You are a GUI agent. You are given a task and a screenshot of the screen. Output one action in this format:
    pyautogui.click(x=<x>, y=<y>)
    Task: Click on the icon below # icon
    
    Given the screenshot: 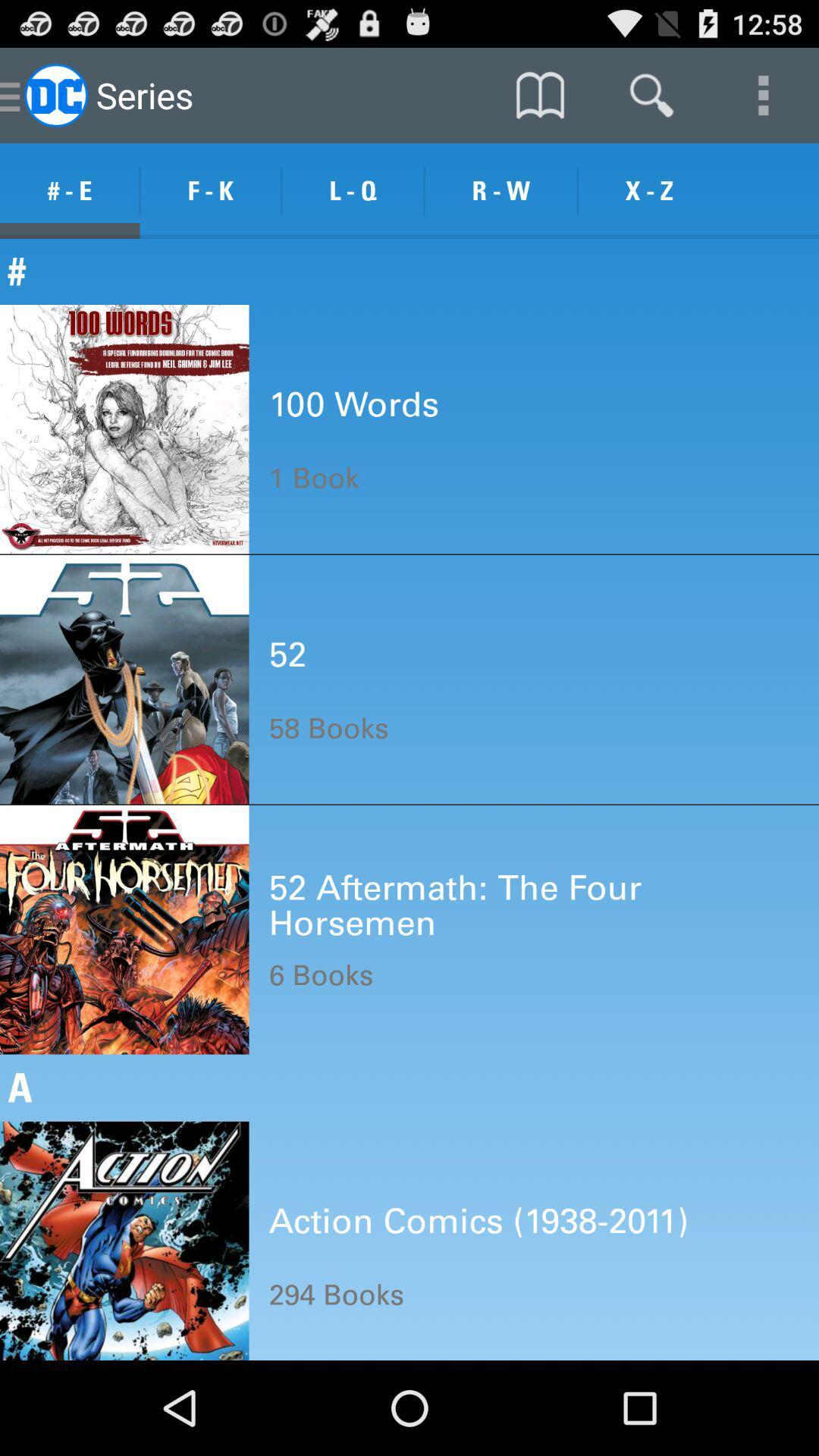 What is the action you would take?
    pyautogui.click(x=353, y=404)
    